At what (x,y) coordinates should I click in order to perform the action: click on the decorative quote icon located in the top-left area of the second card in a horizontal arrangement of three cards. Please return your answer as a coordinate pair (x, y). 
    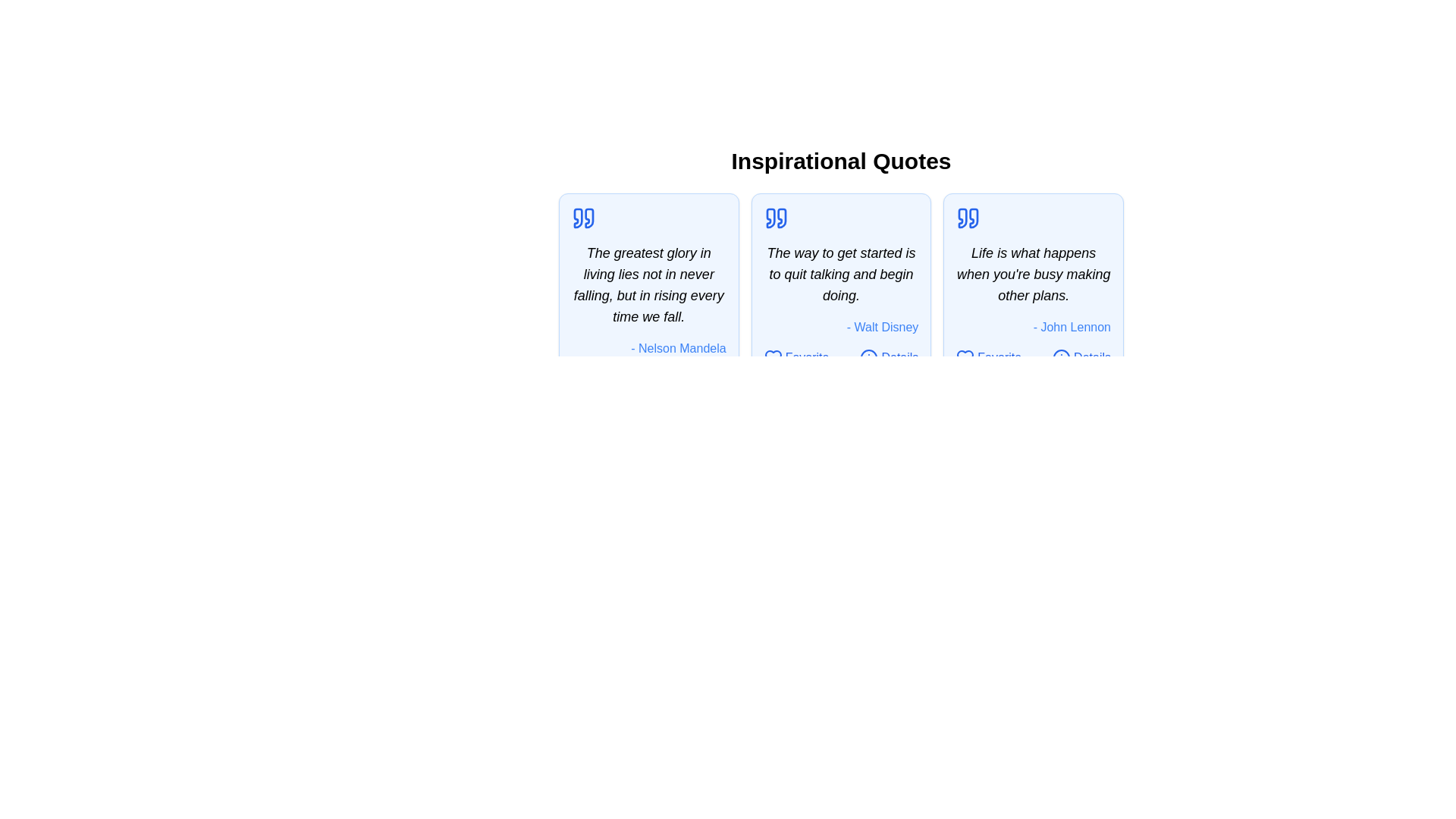
    Looking at the image, I should click on (776, 218).